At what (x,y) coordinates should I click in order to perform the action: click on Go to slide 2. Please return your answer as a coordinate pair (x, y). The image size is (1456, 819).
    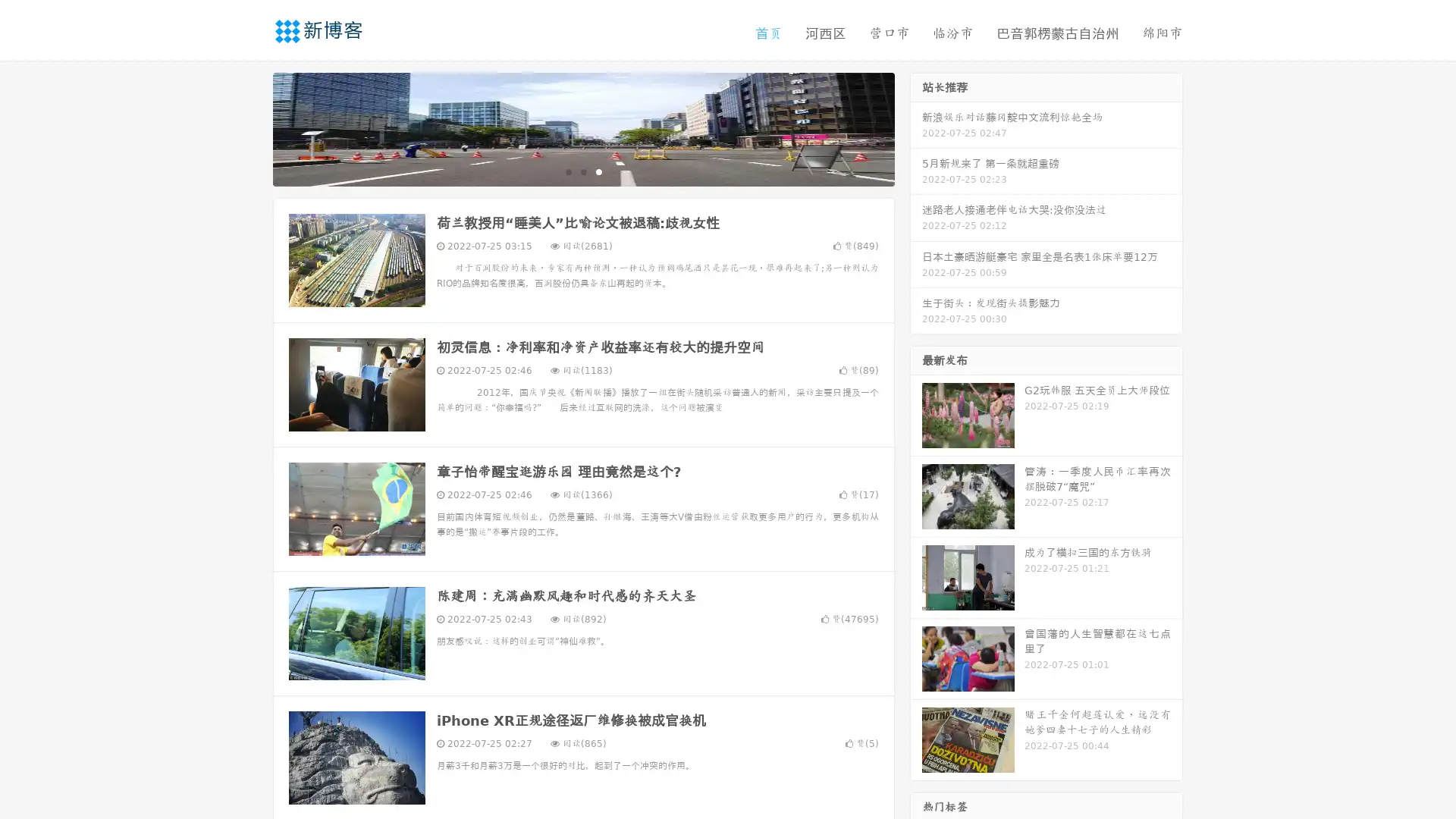
    Looking at the image, I should click on (582, 171).